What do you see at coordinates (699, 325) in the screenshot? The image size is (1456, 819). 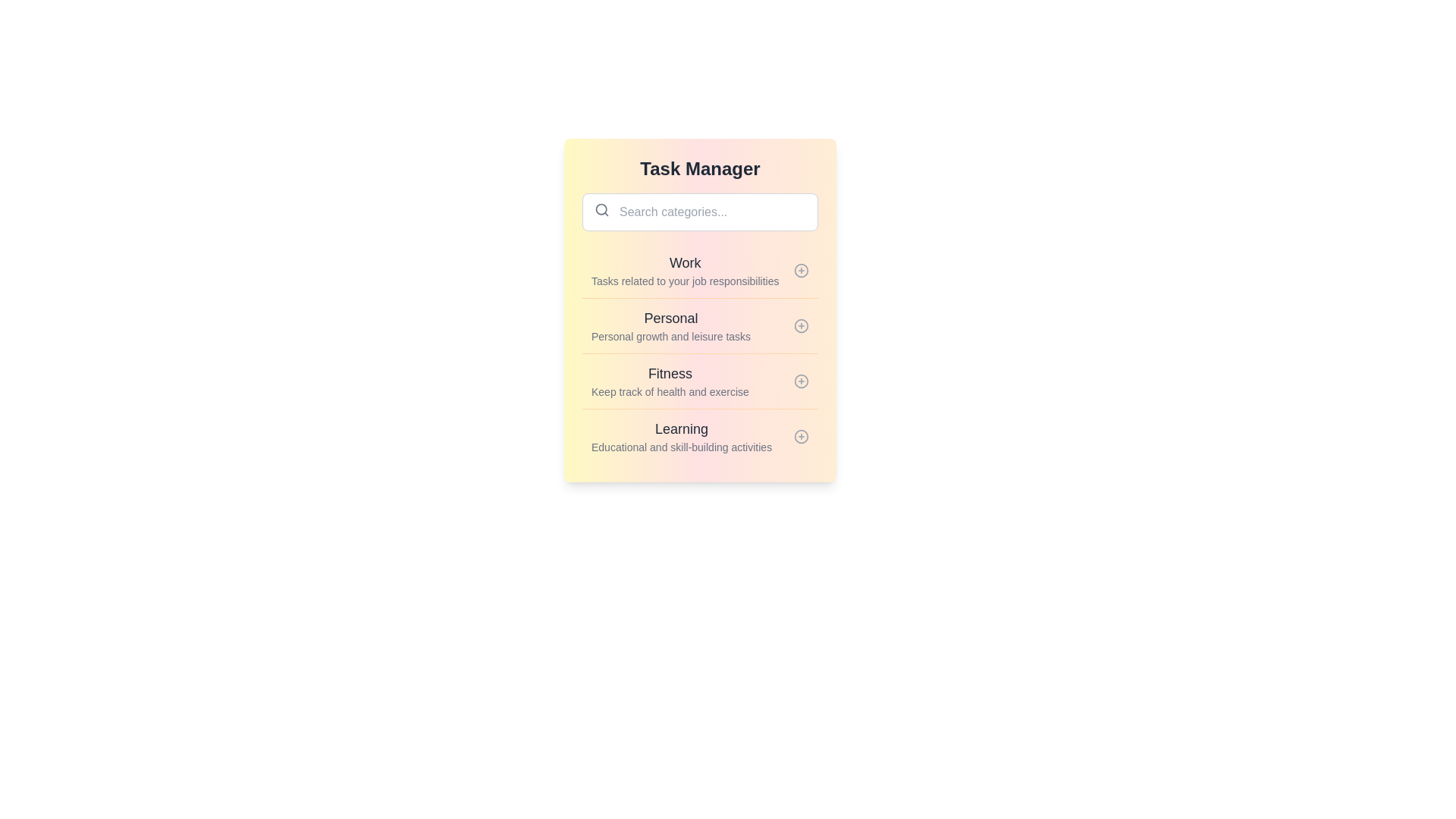 I see `the main body of the 'Personal' category item in the Task Manager section` at bounding box center [699, 325].